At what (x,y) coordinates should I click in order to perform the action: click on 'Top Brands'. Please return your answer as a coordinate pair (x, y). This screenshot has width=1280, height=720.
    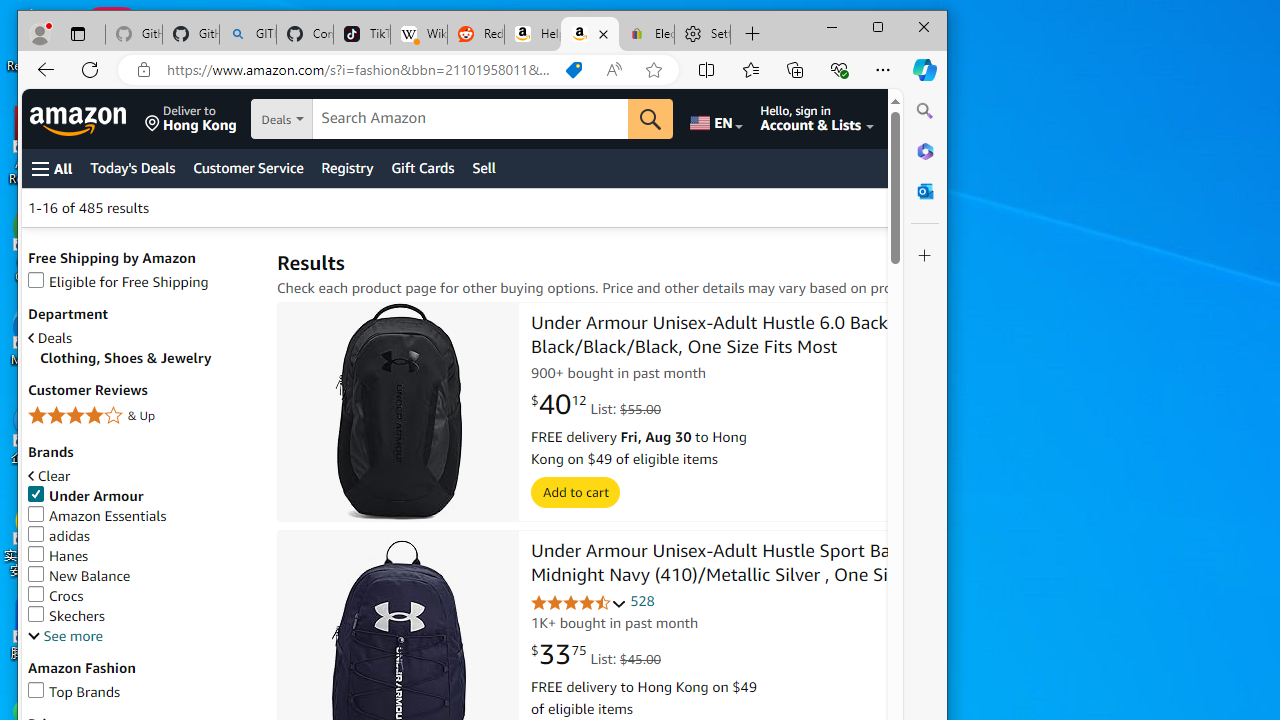
    Looking at the image, I should click on (74, 690).